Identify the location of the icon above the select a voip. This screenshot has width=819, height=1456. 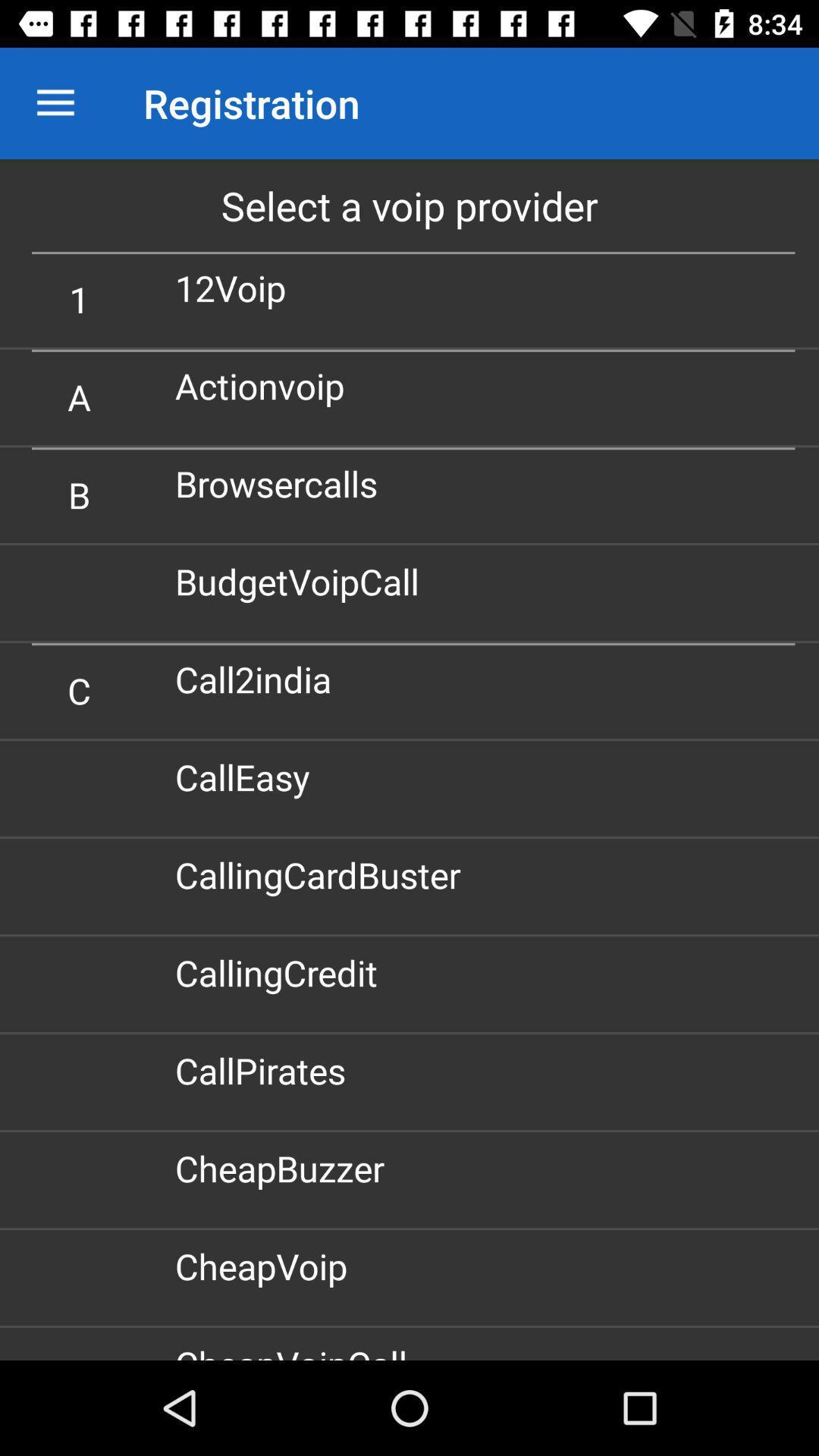
(55, 102).